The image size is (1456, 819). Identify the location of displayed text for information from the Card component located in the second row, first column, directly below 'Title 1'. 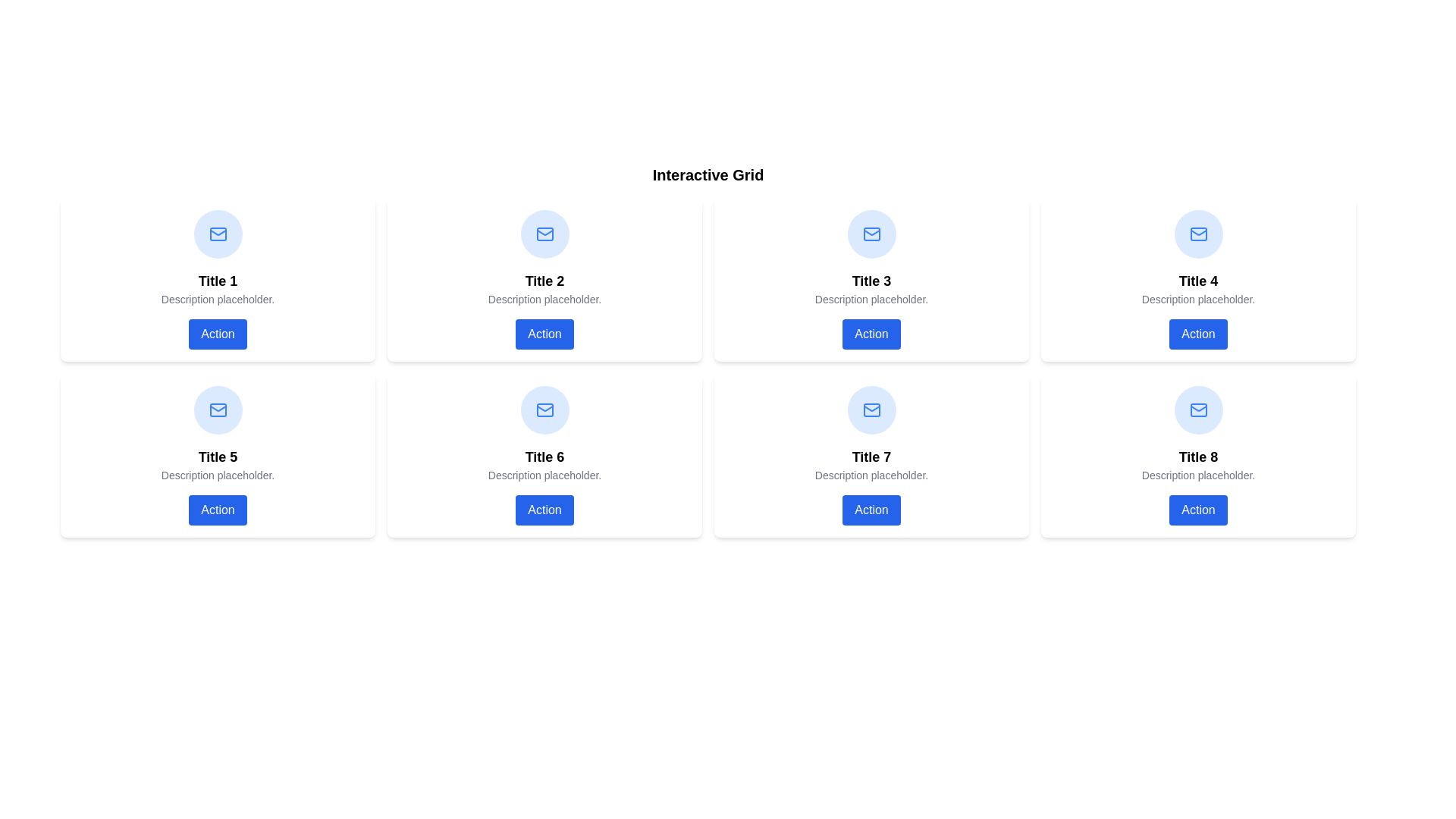
(217, 455).